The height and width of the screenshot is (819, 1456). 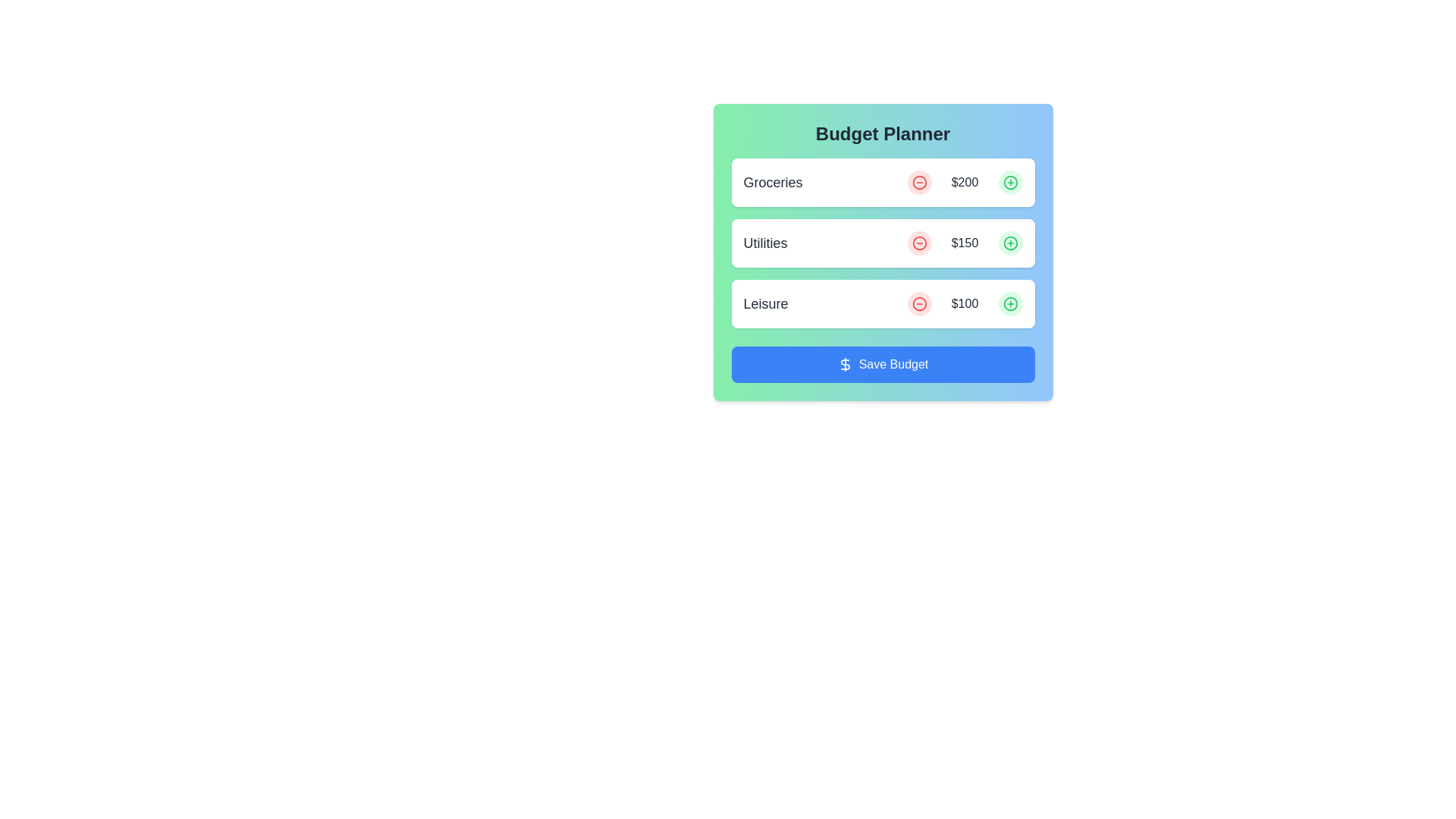 I want to click on the circular minus button outlined in red, located in the second row of the 'Utilities' list, so click(x=918, y=242).